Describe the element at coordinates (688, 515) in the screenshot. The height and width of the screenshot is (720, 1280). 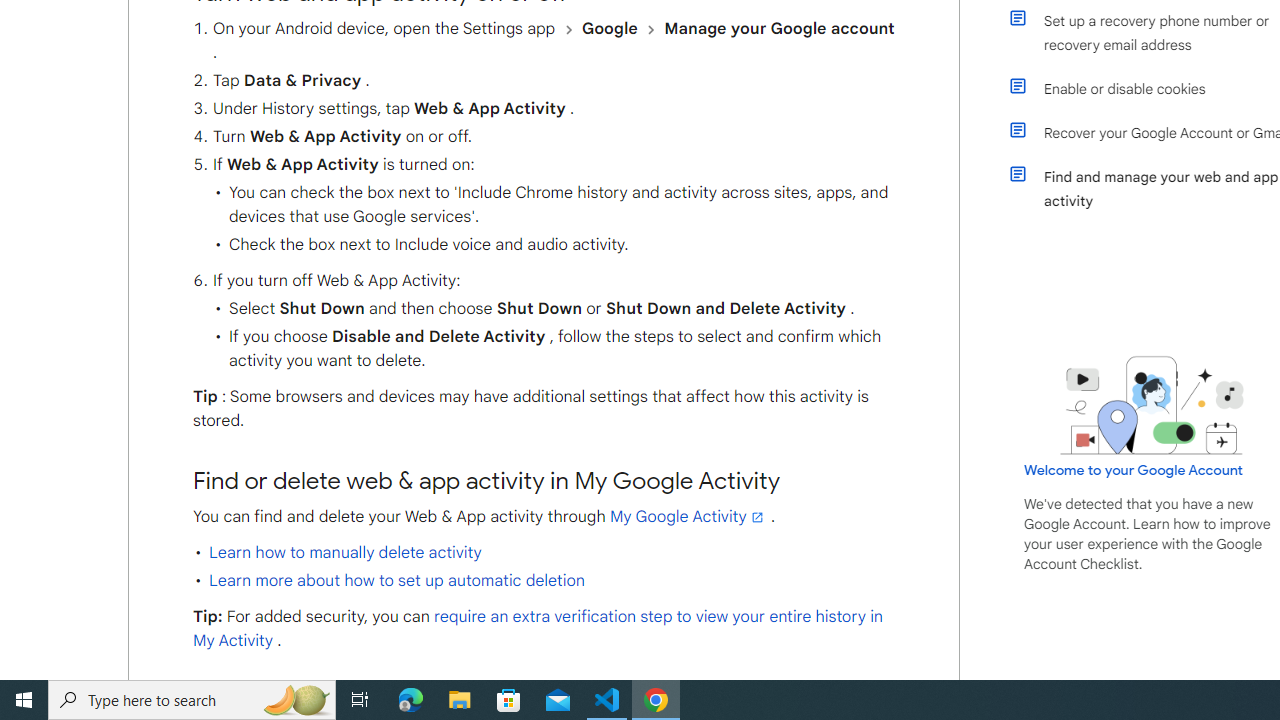
I see `'My Google Activity'` at that location.